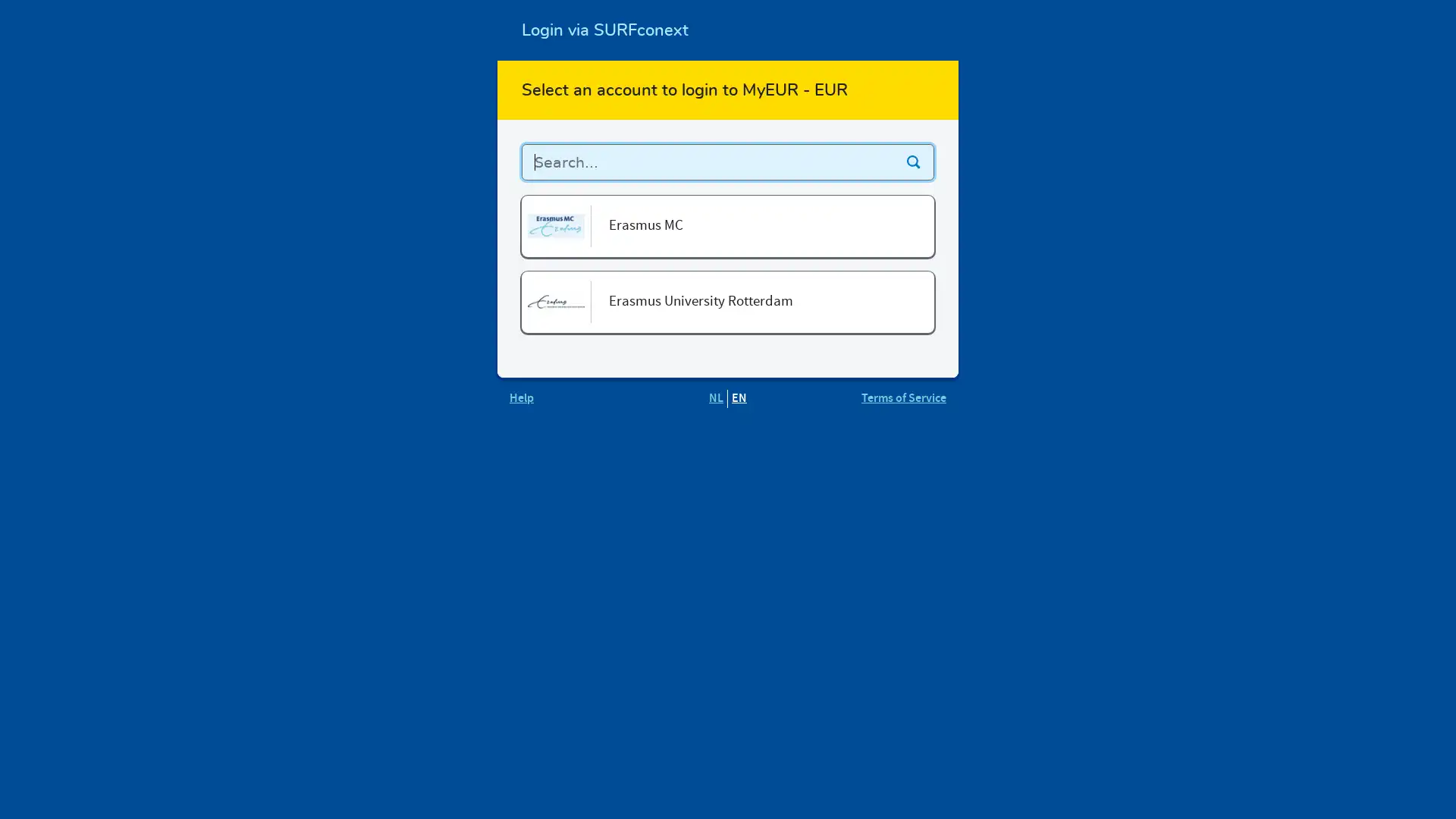 This screenshot has height=819, width=1456. What do you see at coordinates (891, 315) in the screenshot?
I see `Login` at bounding box center [891, 315].